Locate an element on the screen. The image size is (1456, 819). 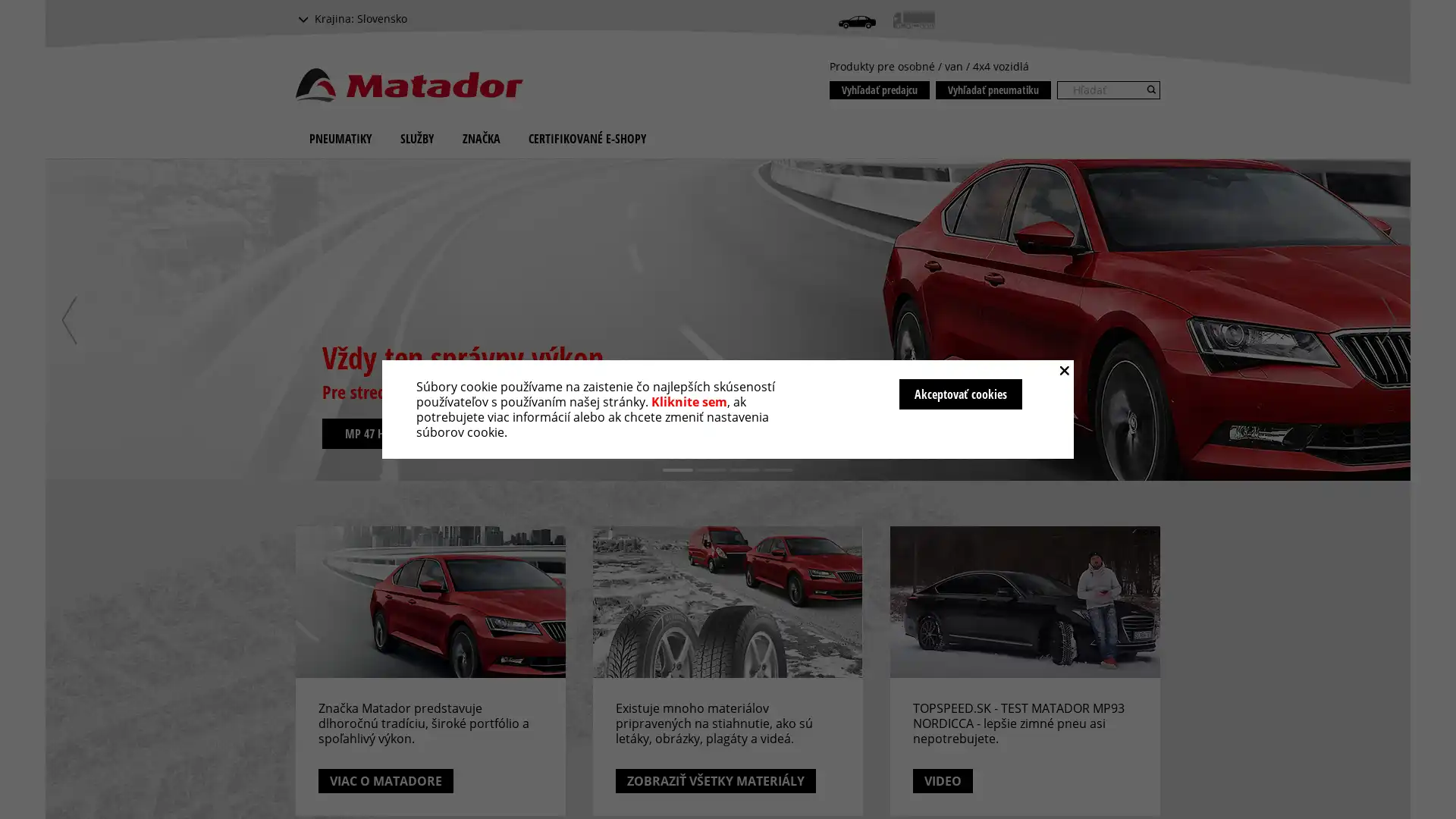
4 is located at coordinates (778, 469).